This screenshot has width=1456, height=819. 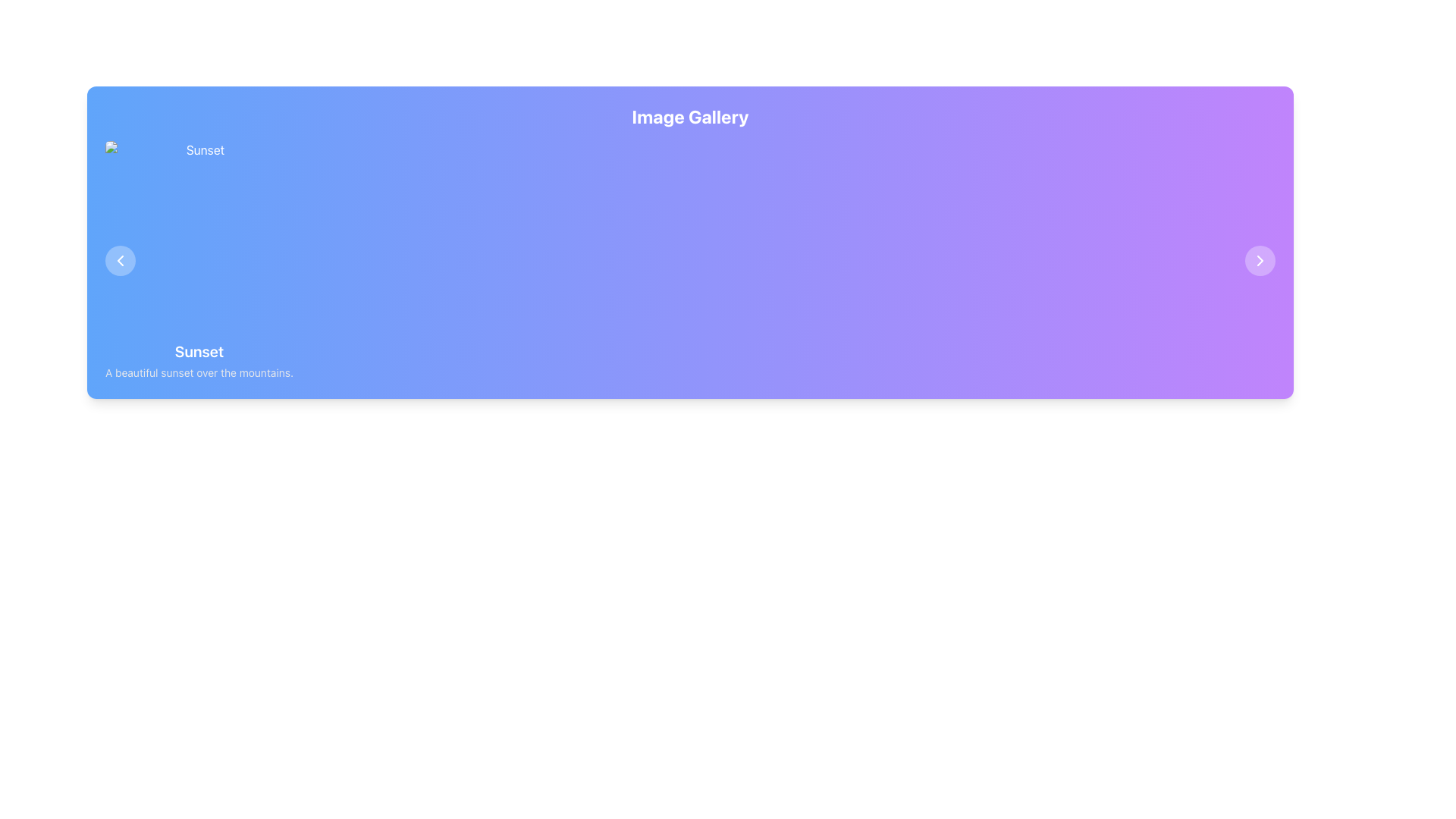 I want to click on the right-pointing arrow icon, which is styled with a minimalistic outline design and located at the far-right side of the navigation panel, to move to the next item, so click(x=1260, y=259).